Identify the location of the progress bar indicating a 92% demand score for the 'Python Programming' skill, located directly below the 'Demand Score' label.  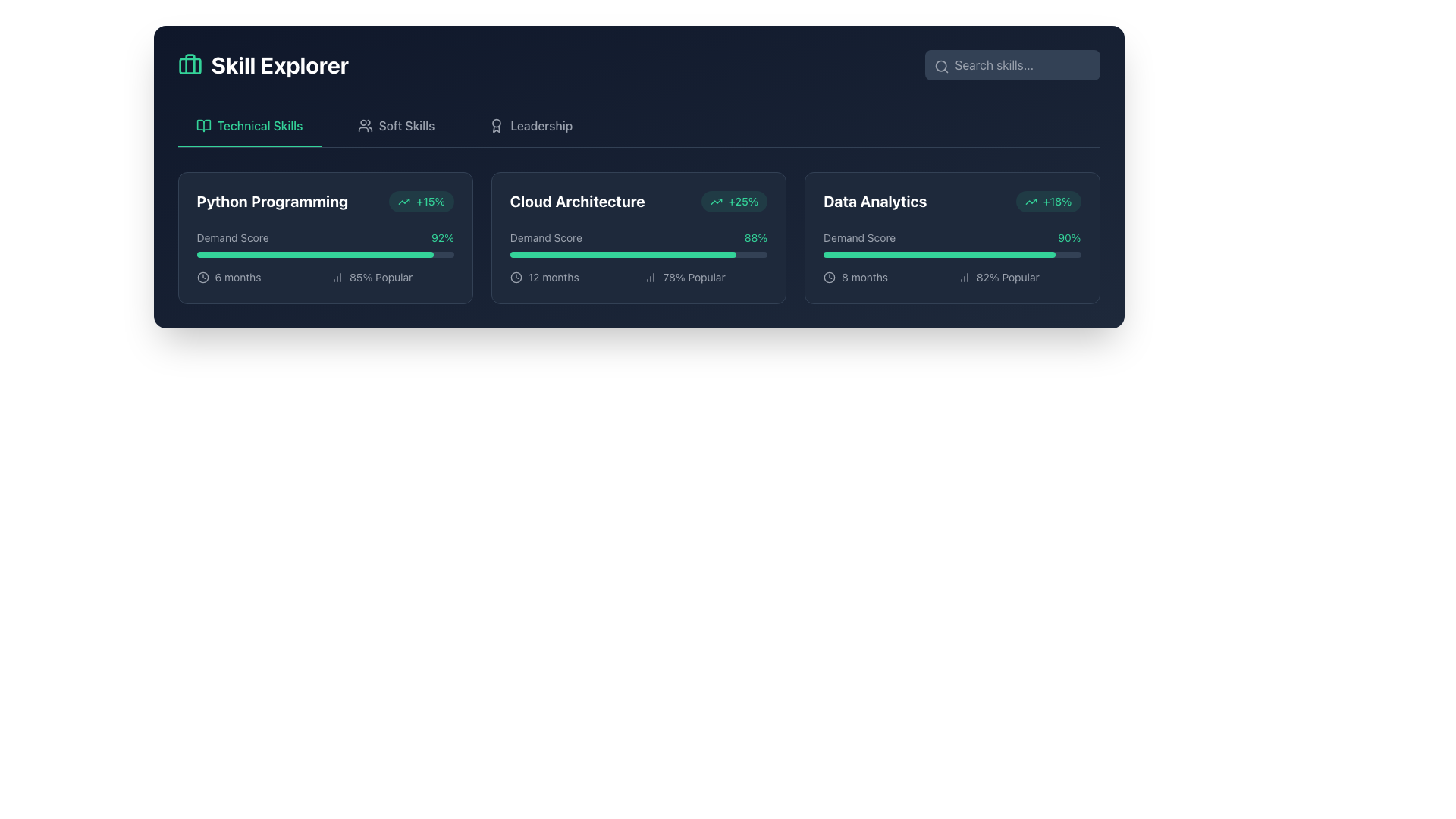
(314, 253).